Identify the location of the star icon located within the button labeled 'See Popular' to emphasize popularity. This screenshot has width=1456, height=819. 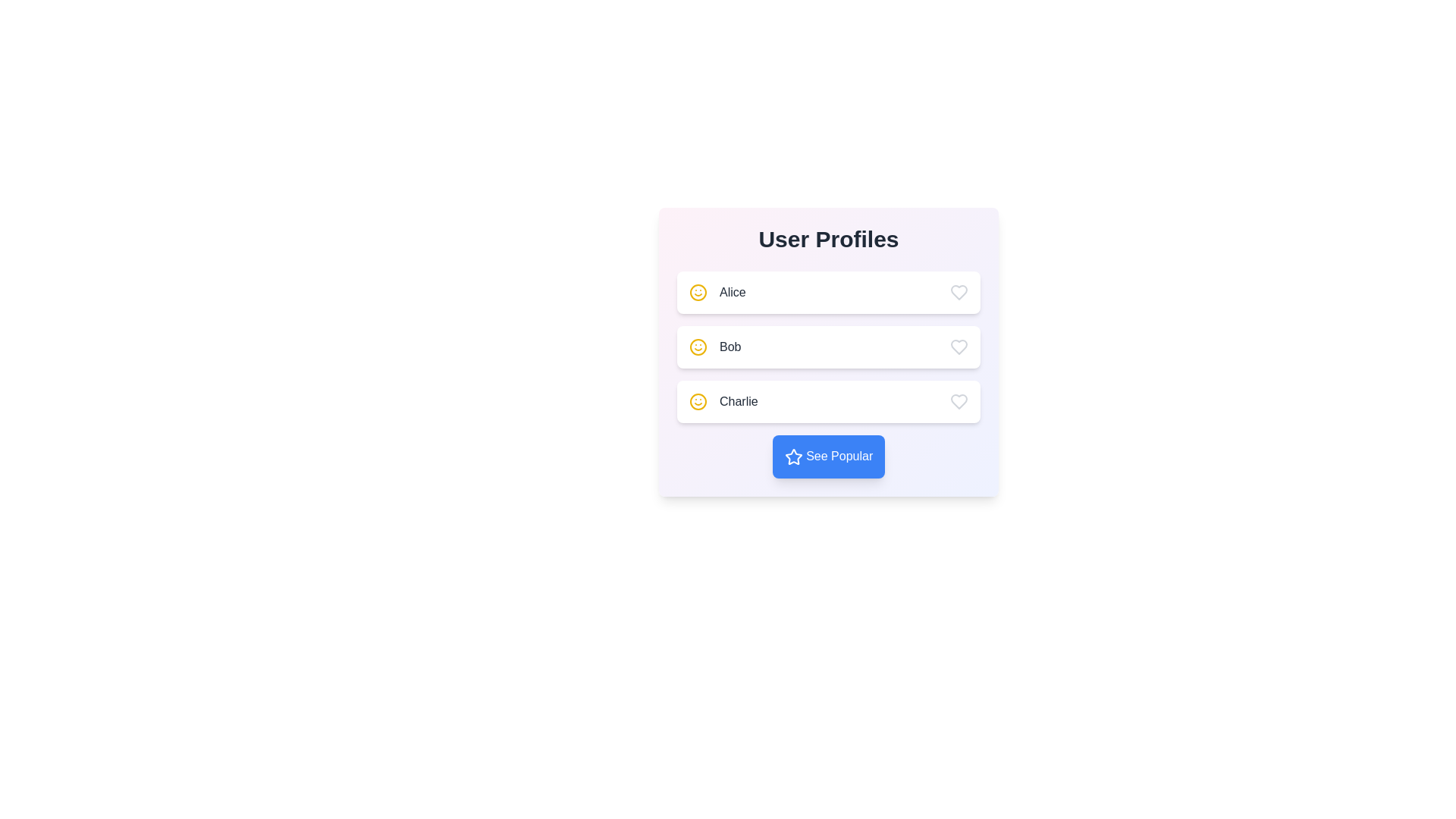
(792, 456).